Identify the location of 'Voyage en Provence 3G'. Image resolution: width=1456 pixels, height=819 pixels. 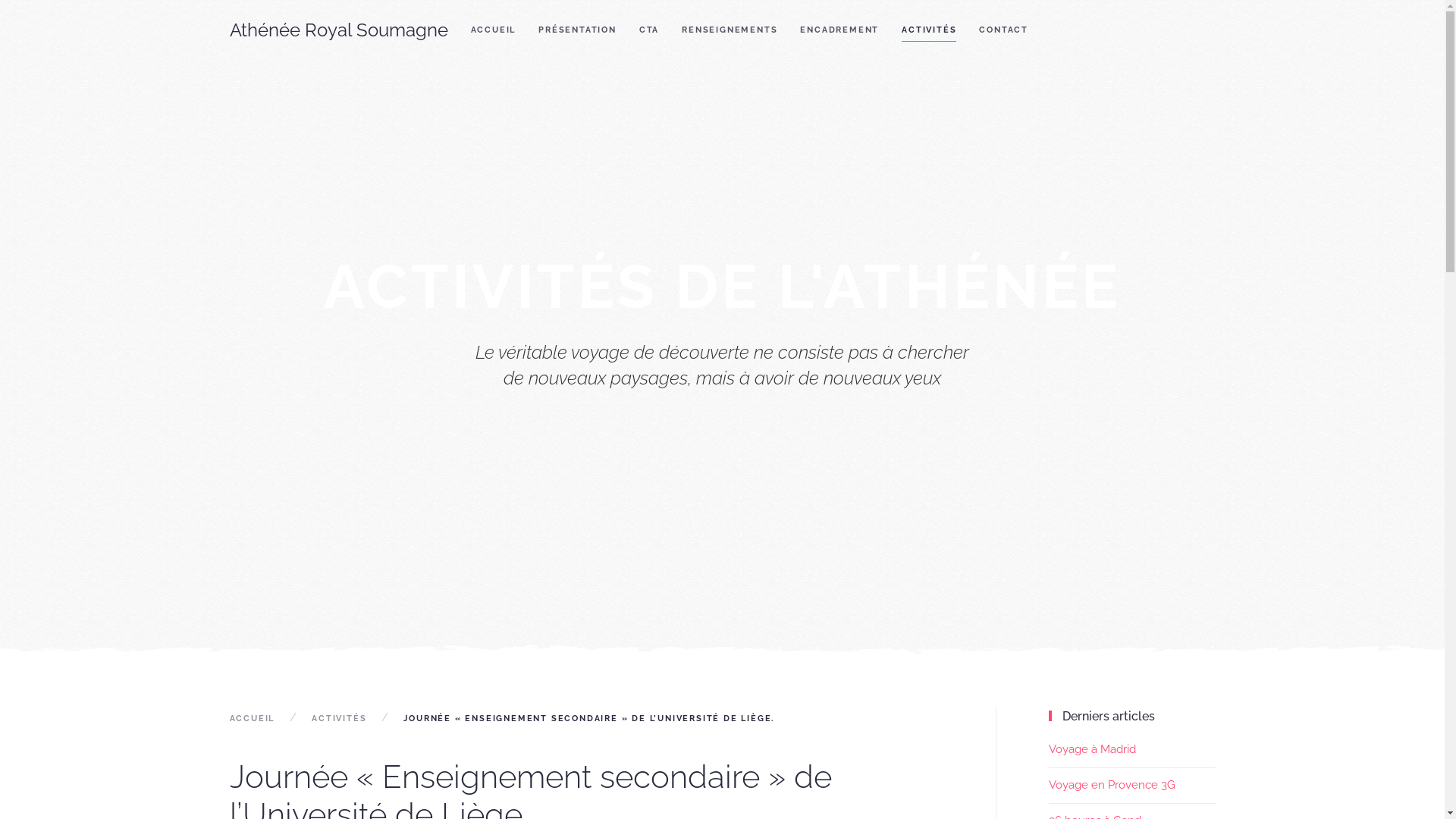
(1047, 784).